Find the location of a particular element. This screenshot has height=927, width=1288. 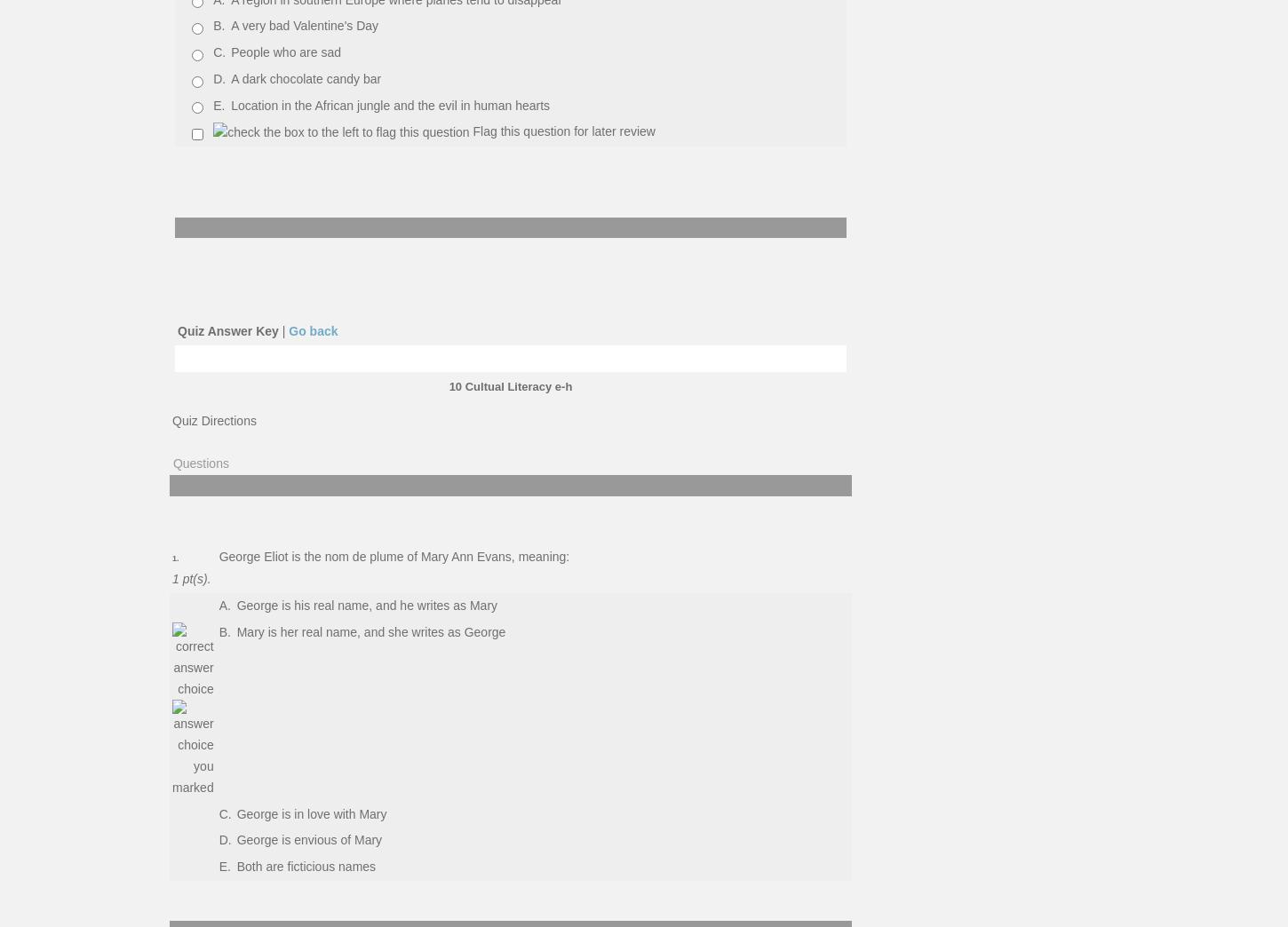

'Both are ficticious names' is located at coordinates (235, 866).